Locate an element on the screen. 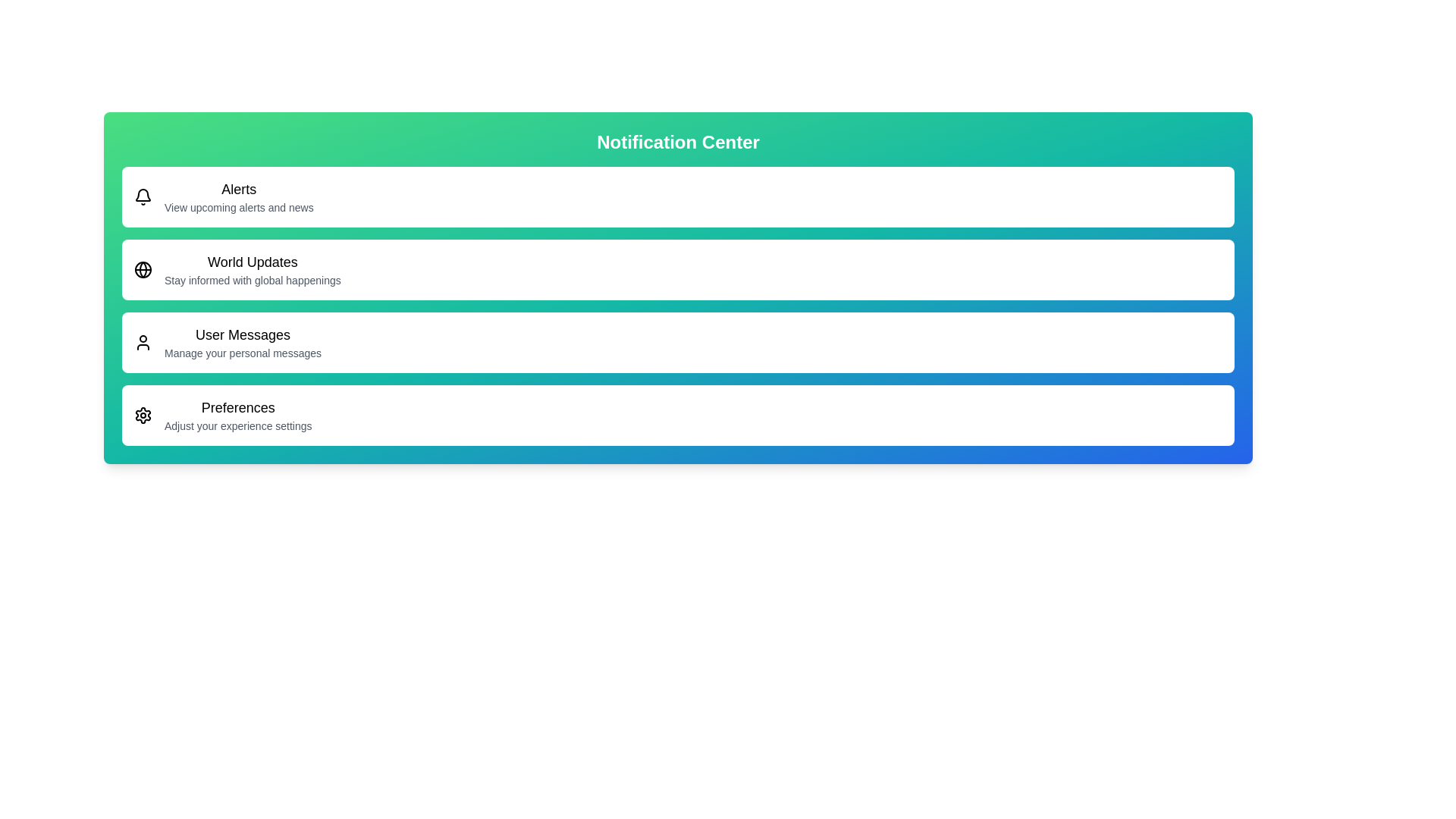 Image resolution: width=1456 pixels, height=819 pixels. the menu item corresponding to Alerts to examine its iconography is located at coordinates (143, 196).